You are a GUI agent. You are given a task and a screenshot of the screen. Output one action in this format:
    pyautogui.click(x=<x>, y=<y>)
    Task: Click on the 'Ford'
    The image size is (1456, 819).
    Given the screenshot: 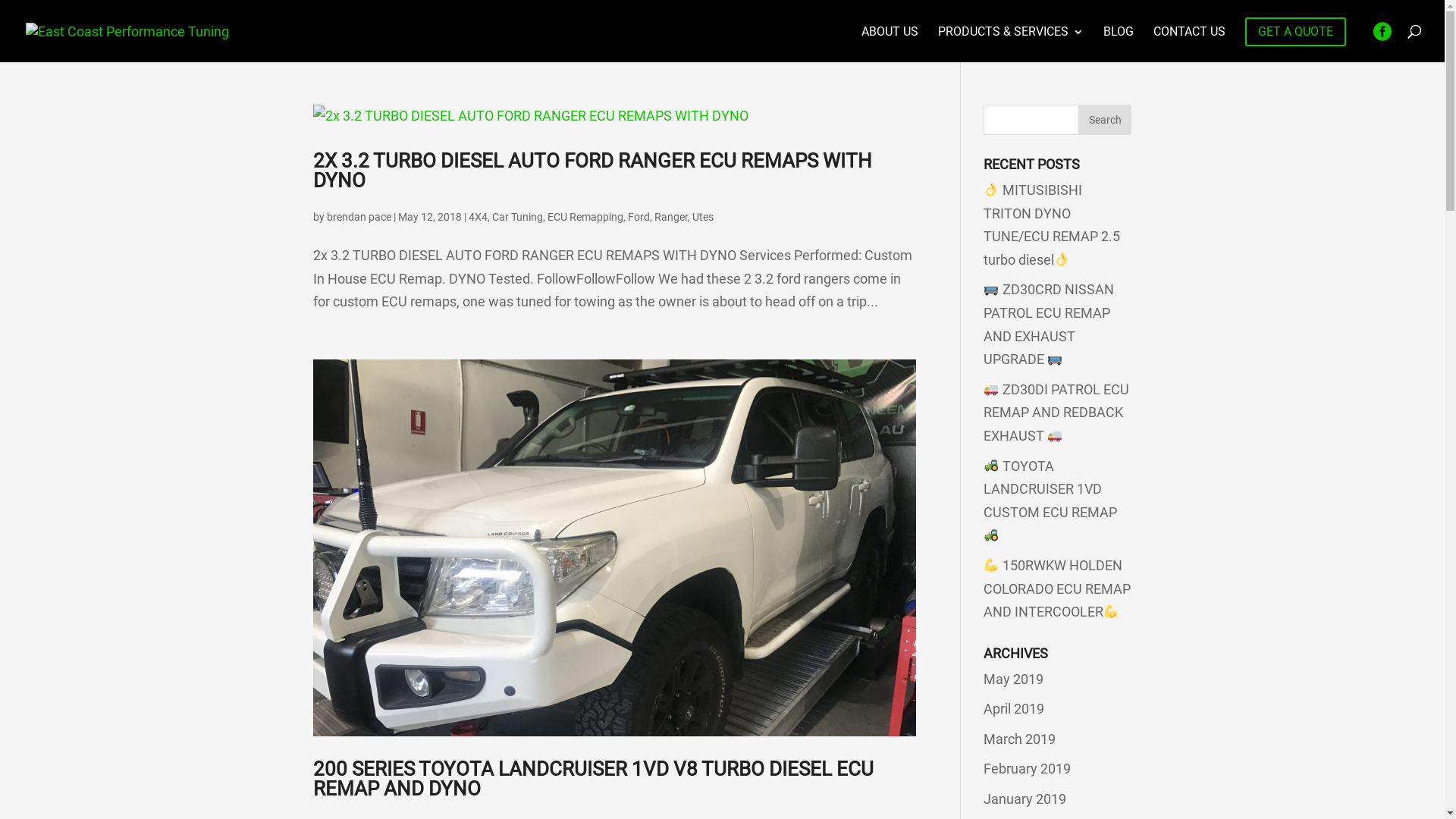 What is the action you would take?
    pyautogui.click(x=639, y=216)
    